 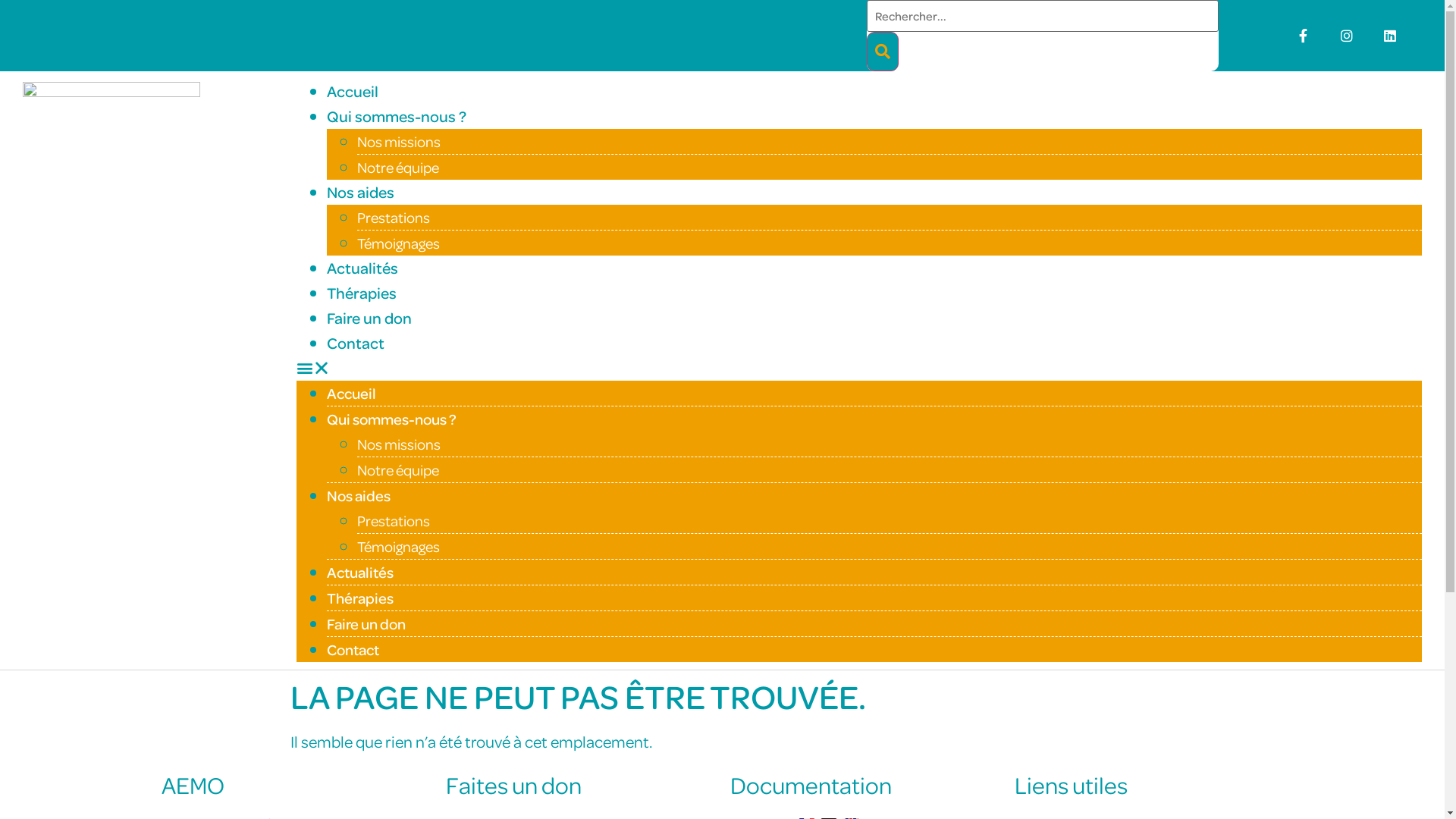 I want to click on 'Faire un don', so click(x=366, y=623).